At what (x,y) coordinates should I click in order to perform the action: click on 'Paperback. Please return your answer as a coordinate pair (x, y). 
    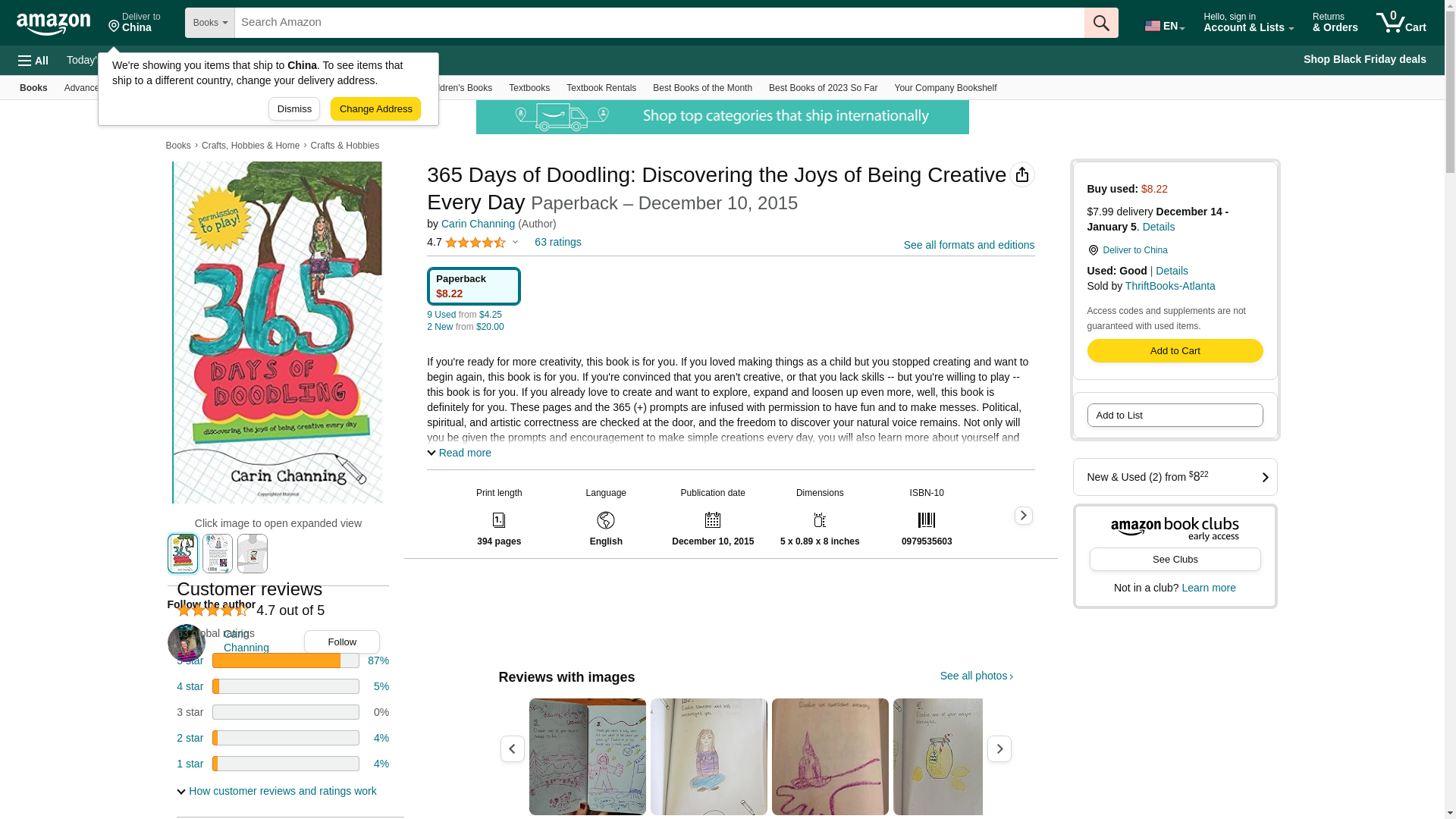
    Looking at the image, I should click on (472, 286).